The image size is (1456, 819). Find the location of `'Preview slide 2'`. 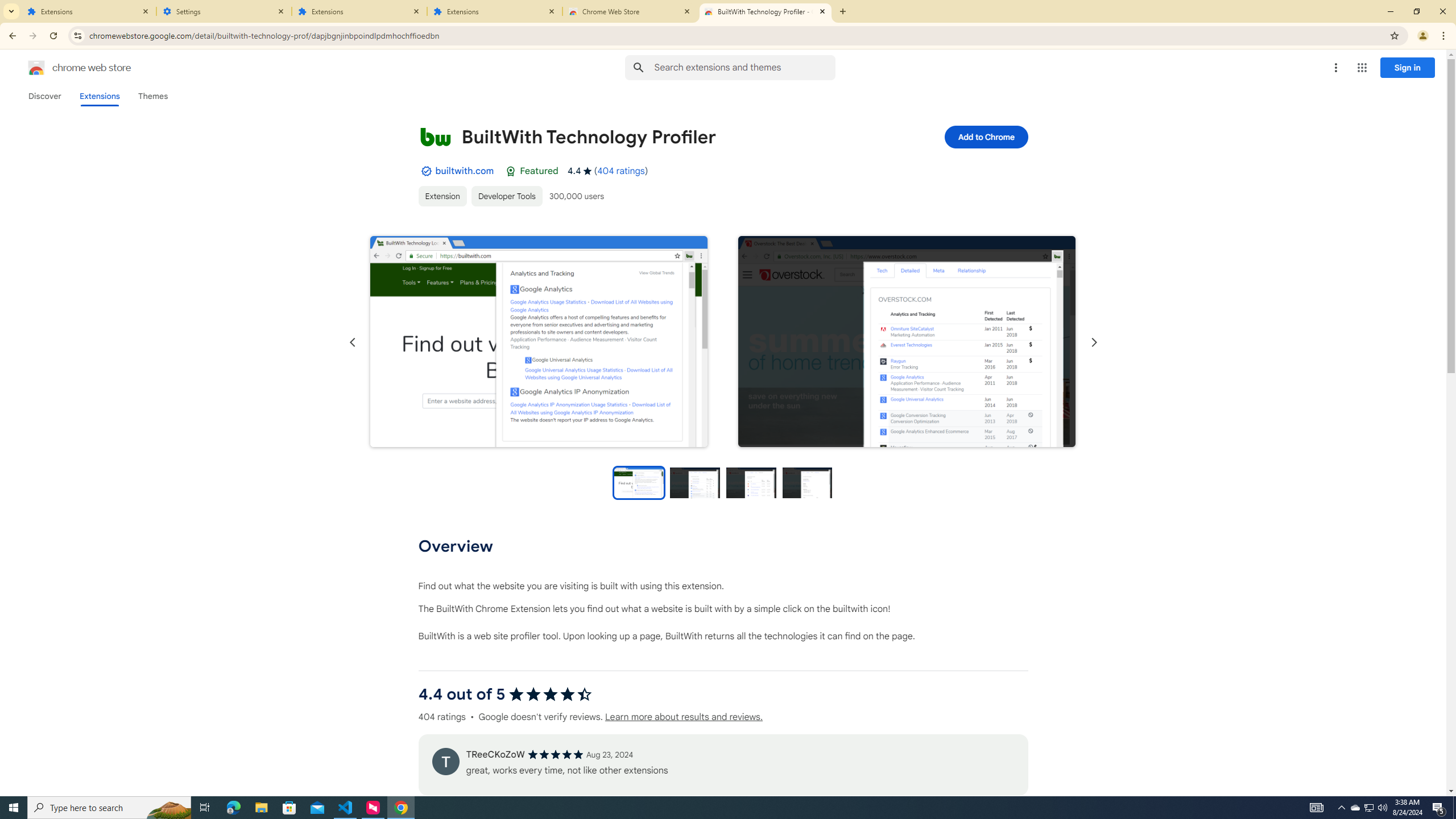

'Preview slide 2' is located at coordinates (695, 482).